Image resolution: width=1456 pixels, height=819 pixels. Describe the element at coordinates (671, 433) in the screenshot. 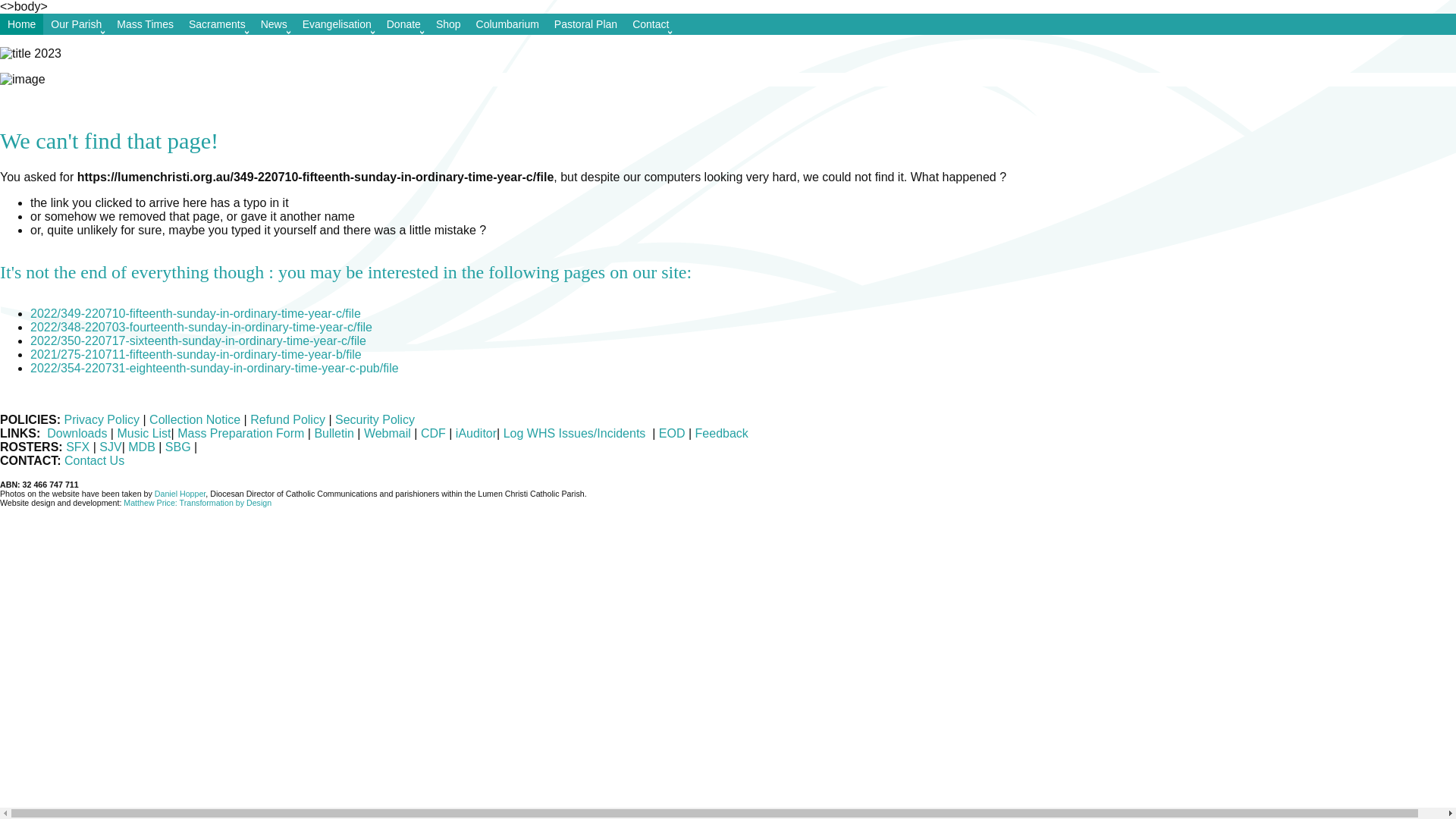

I see `'EOD'` at that location.